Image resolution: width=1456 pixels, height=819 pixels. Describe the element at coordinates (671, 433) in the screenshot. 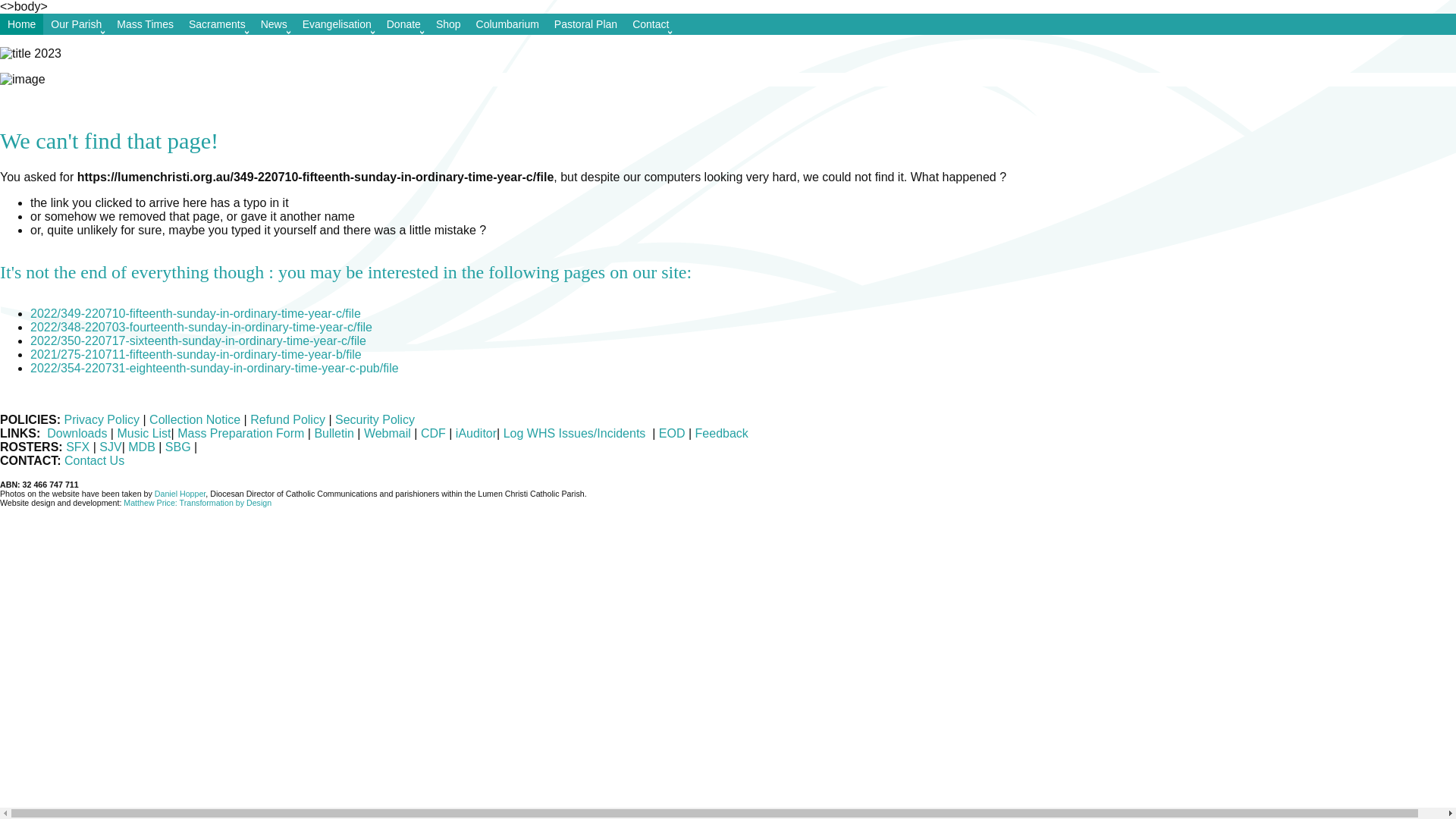

I see `'EOD'` at that location.